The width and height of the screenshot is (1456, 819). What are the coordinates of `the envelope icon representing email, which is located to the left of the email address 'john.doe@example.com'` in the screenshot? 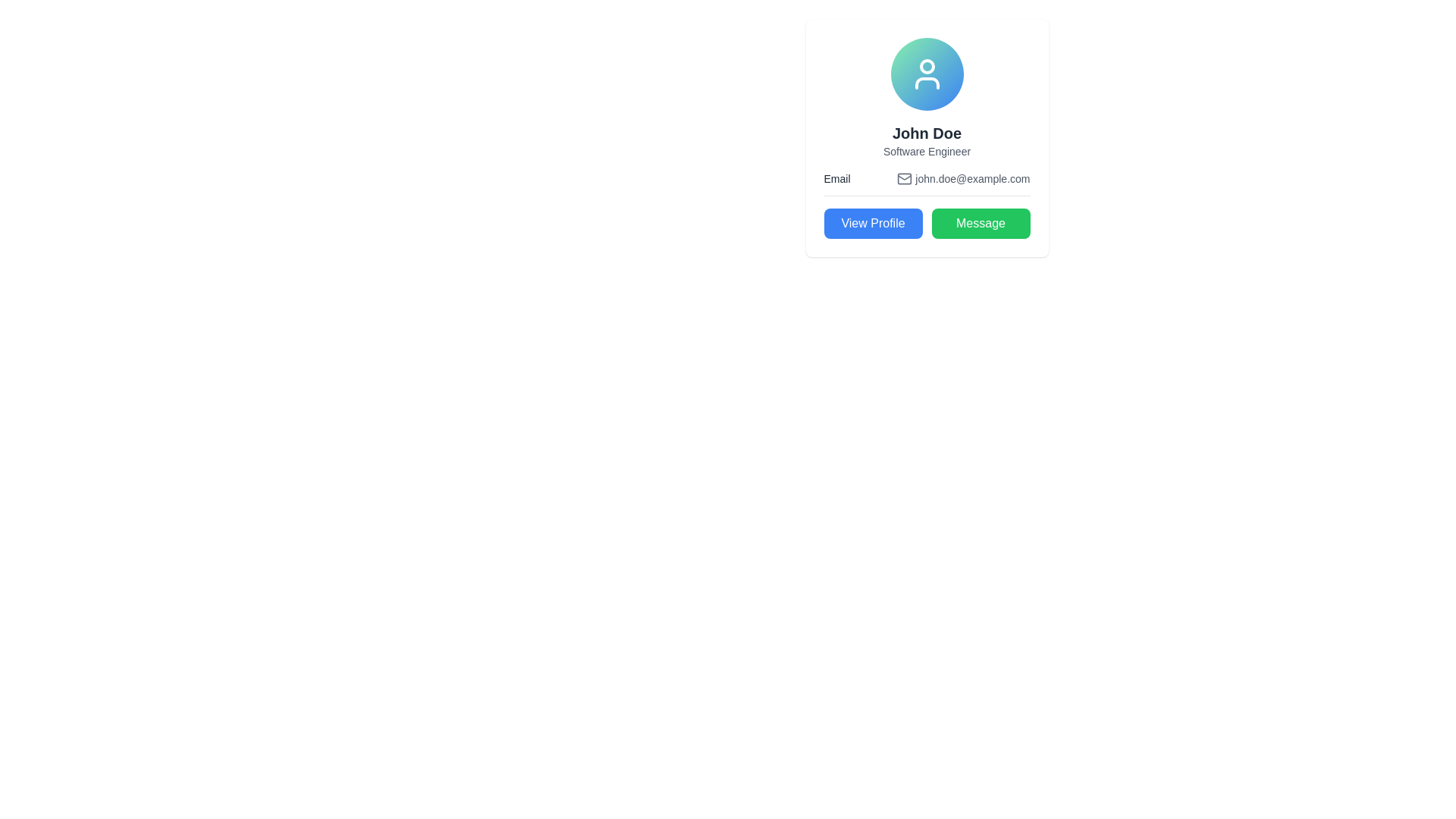 It's located at (905, 177).